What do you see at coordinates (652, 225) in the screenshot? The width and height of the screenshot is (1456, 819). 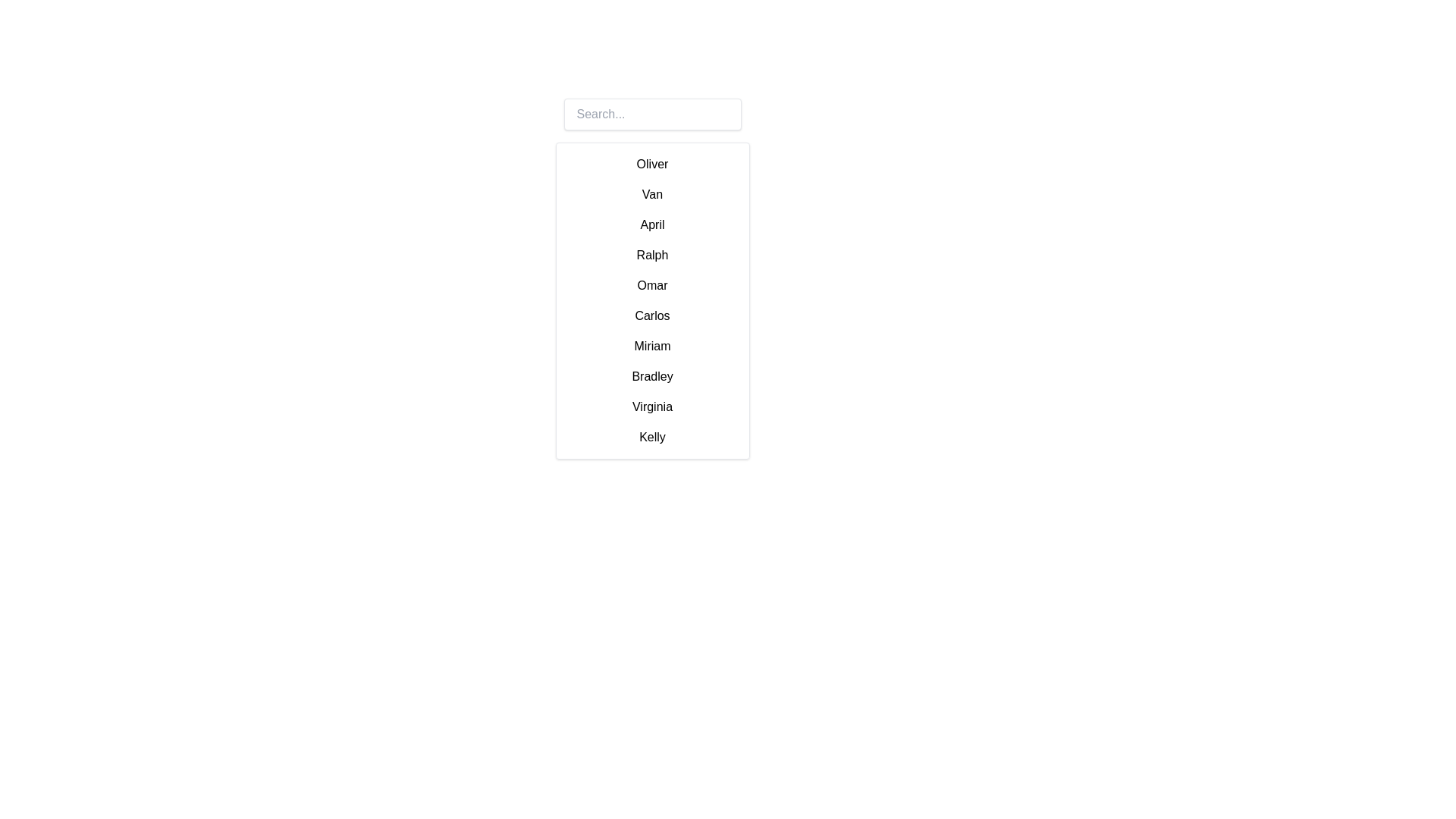 I see `the third item in the dropdown list, located between 'Van' and 'Ralph'` at bounding box center [652, 225].